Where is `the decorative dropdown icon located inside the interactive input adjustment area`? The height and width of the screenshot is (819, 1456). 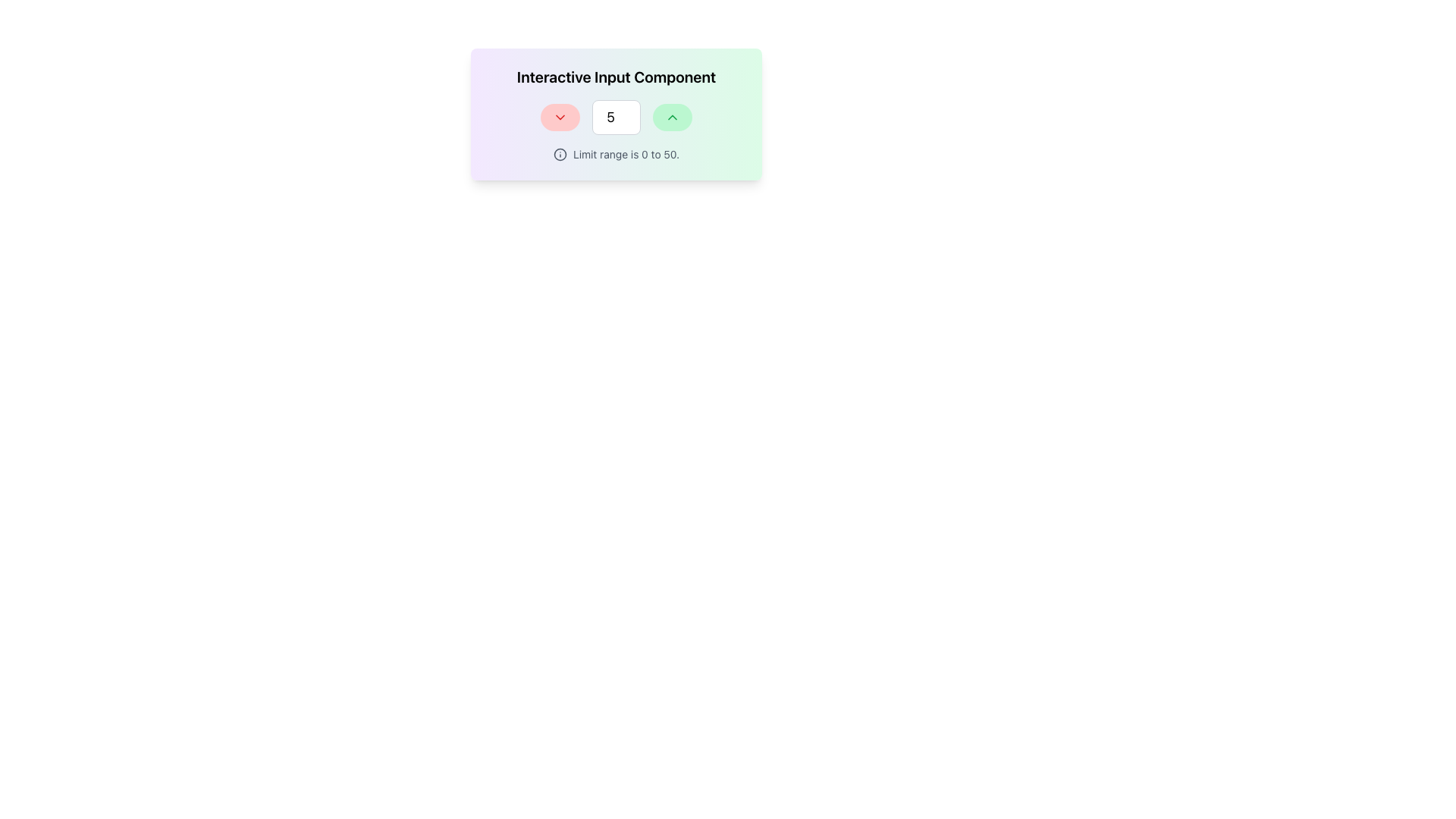 the decorative dropdown icon located inside the interactive input adjustment area is located at coordinates (560, 116).